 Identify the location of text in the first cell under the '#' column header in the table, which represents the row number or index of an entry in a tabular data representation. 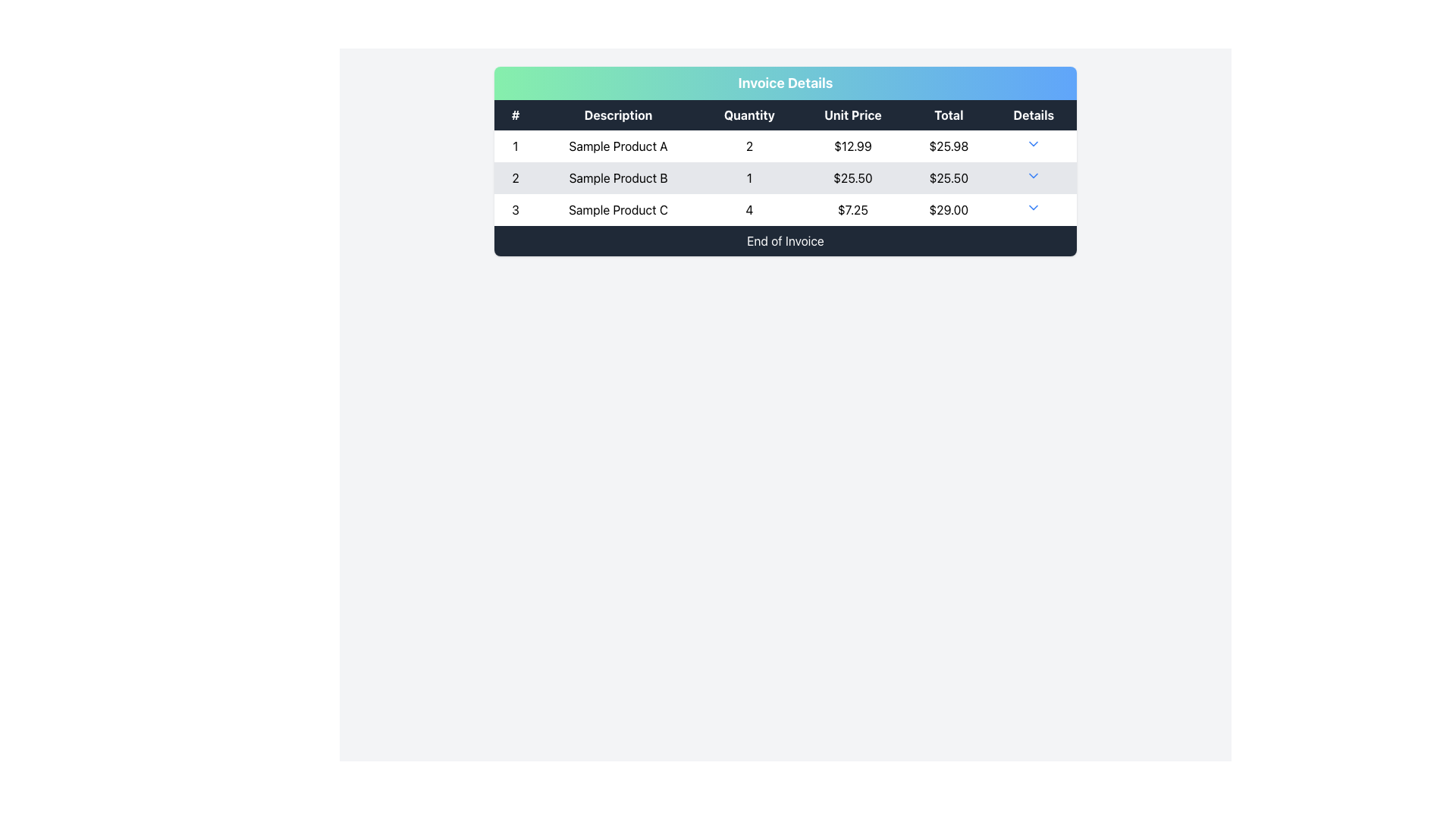
(516, 146).